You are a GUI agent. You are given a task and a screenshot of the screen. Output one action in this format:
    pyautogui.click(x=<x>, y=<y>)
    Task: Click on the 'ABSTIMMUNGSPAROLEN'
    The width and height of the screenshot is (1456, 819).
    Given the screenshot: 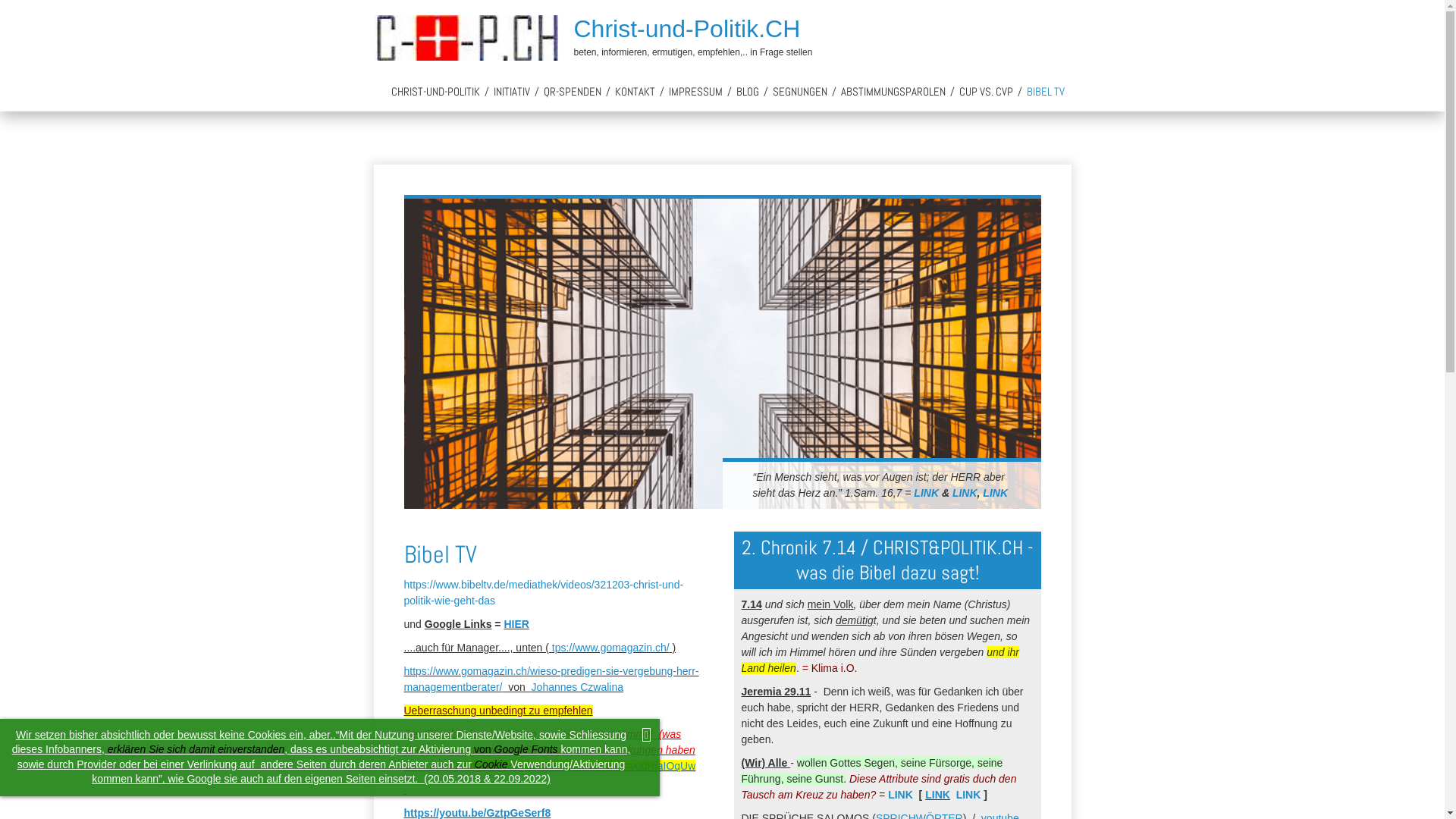 What is the action you would take?
    pyautogui.click(x=837, y=91)
    